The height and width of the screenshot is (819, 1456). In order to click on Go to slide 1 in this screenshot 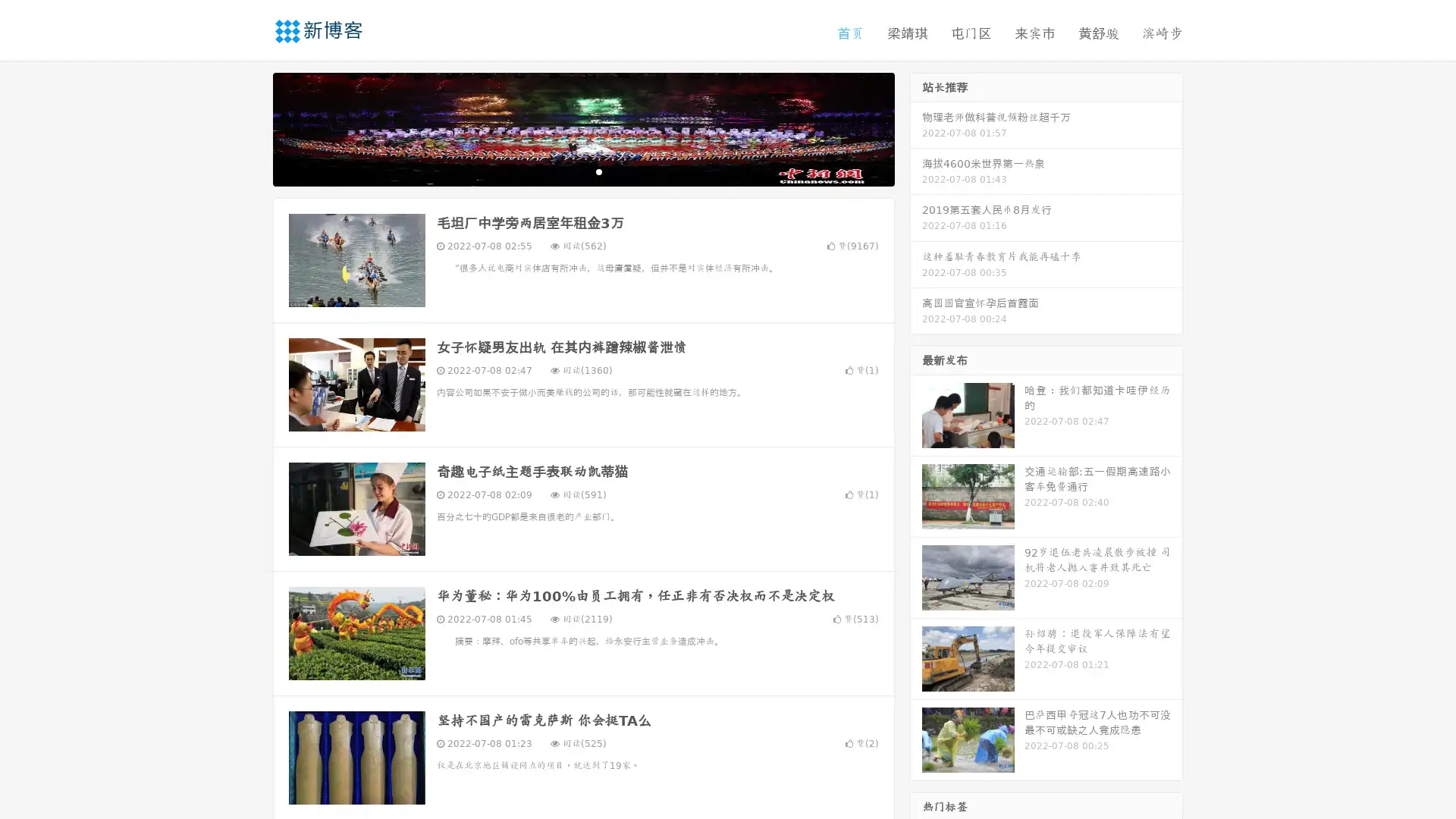, I will do `click(567, 171)`.